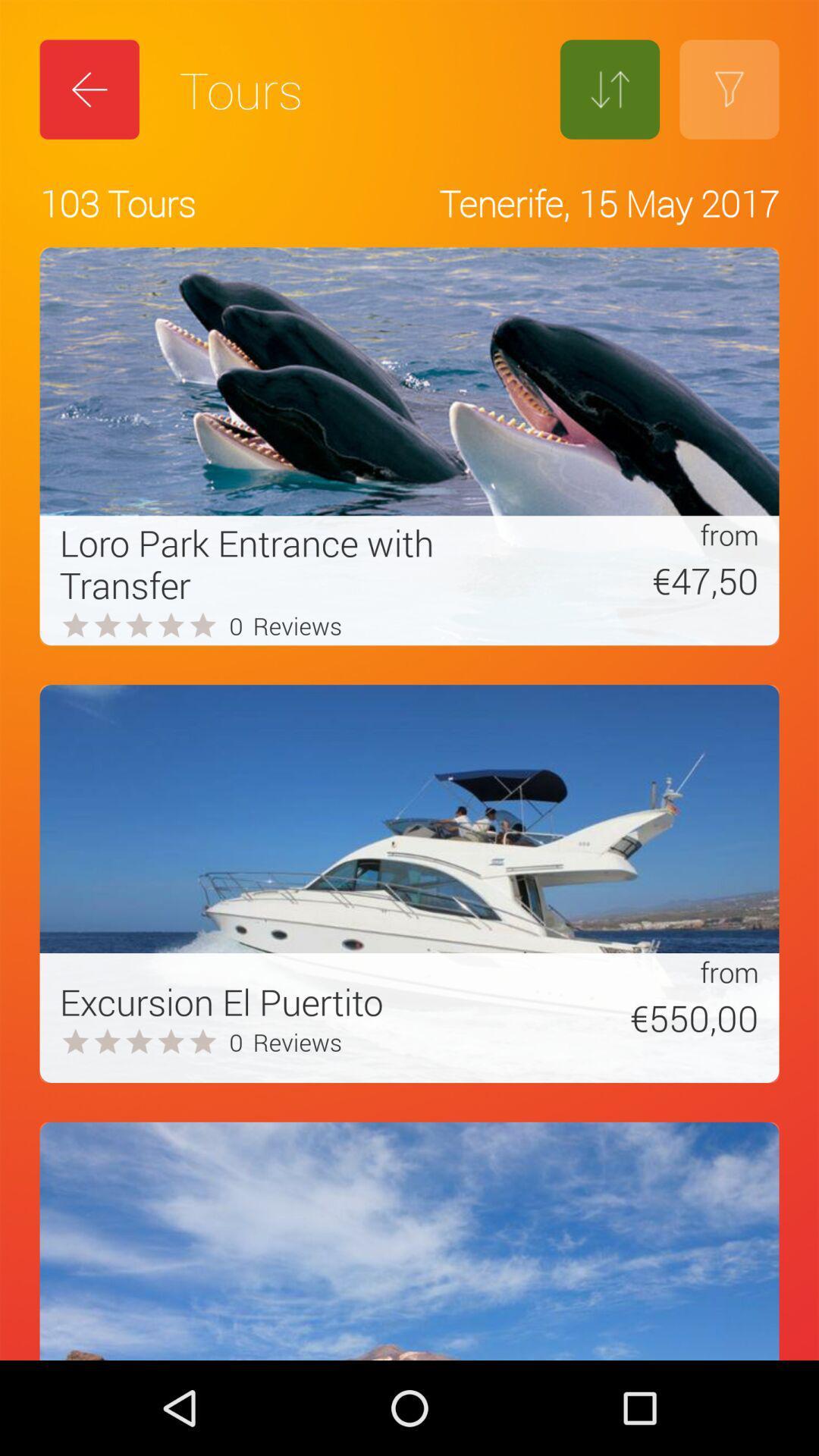 The height and width of the screenshot is (1456, 819). Describe the element at coordinates (283, 563) in the screenshot. I see `loro park entrance icon` at that location.